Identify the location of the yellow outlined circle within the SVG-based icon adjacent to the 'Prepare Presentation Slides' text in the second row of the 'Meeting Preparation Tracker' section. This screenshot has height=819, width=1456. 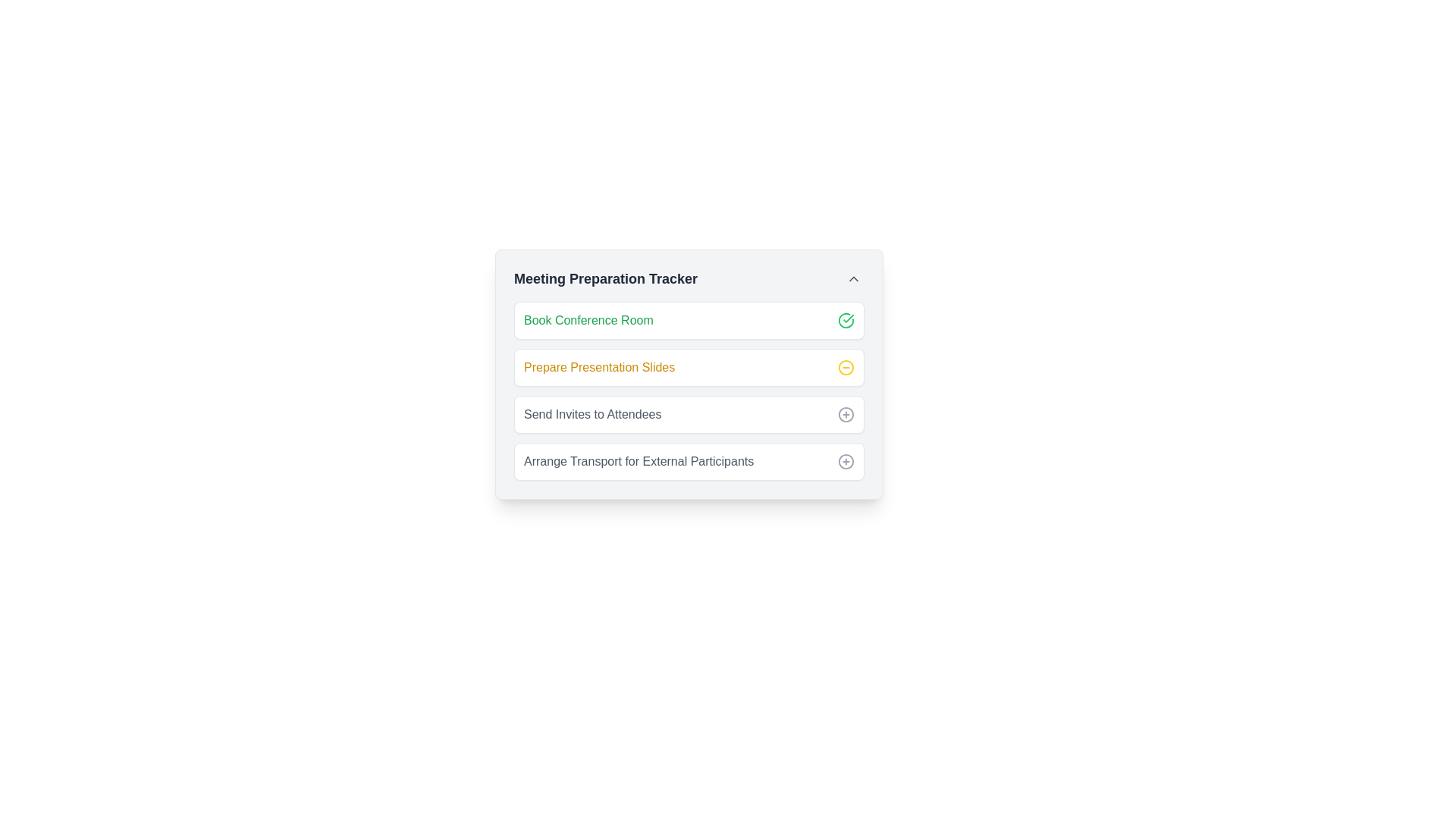
(846, 368).